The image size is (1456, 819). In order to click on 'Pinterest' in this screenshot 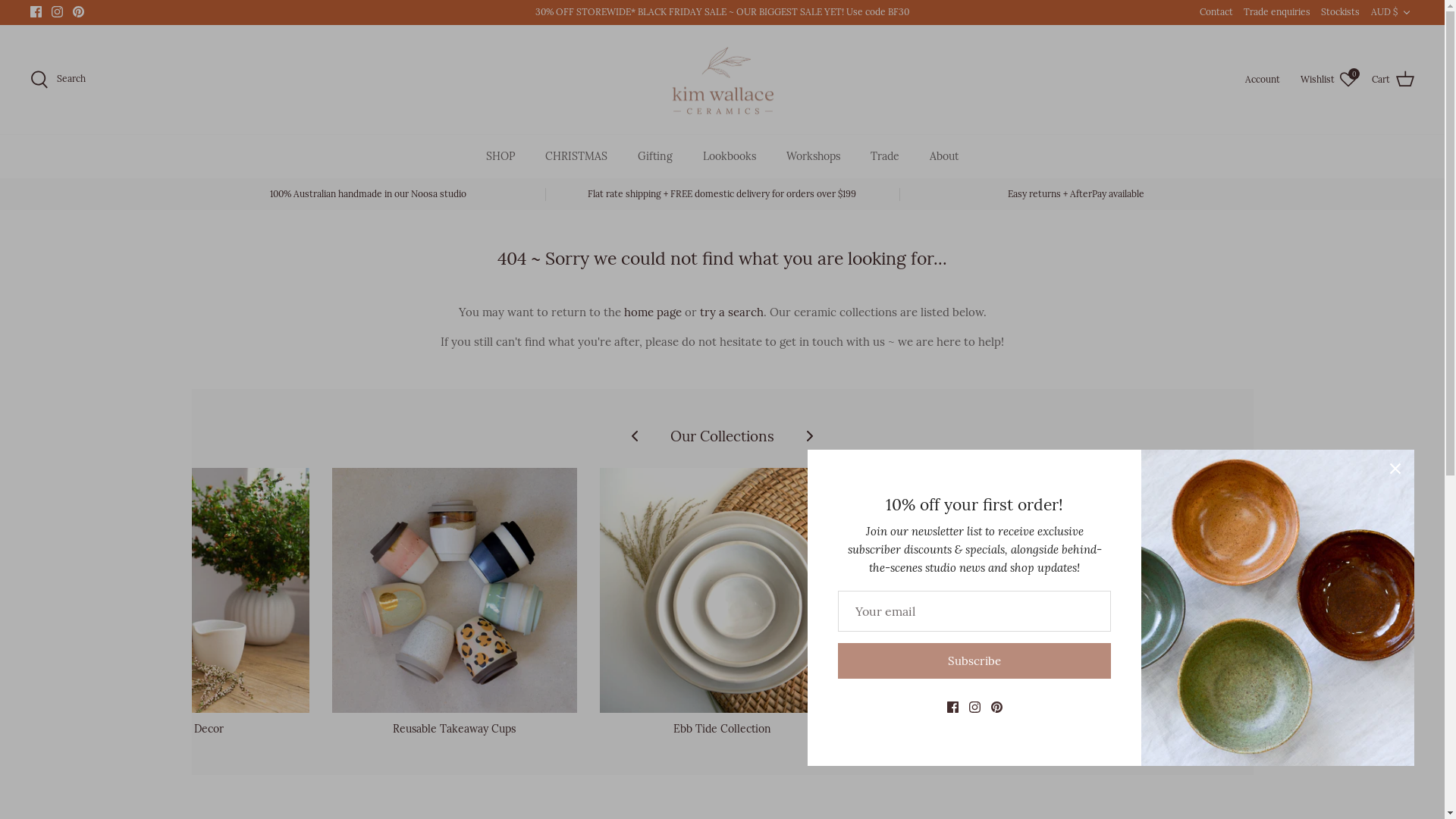, I will do `click(72, 11)`.